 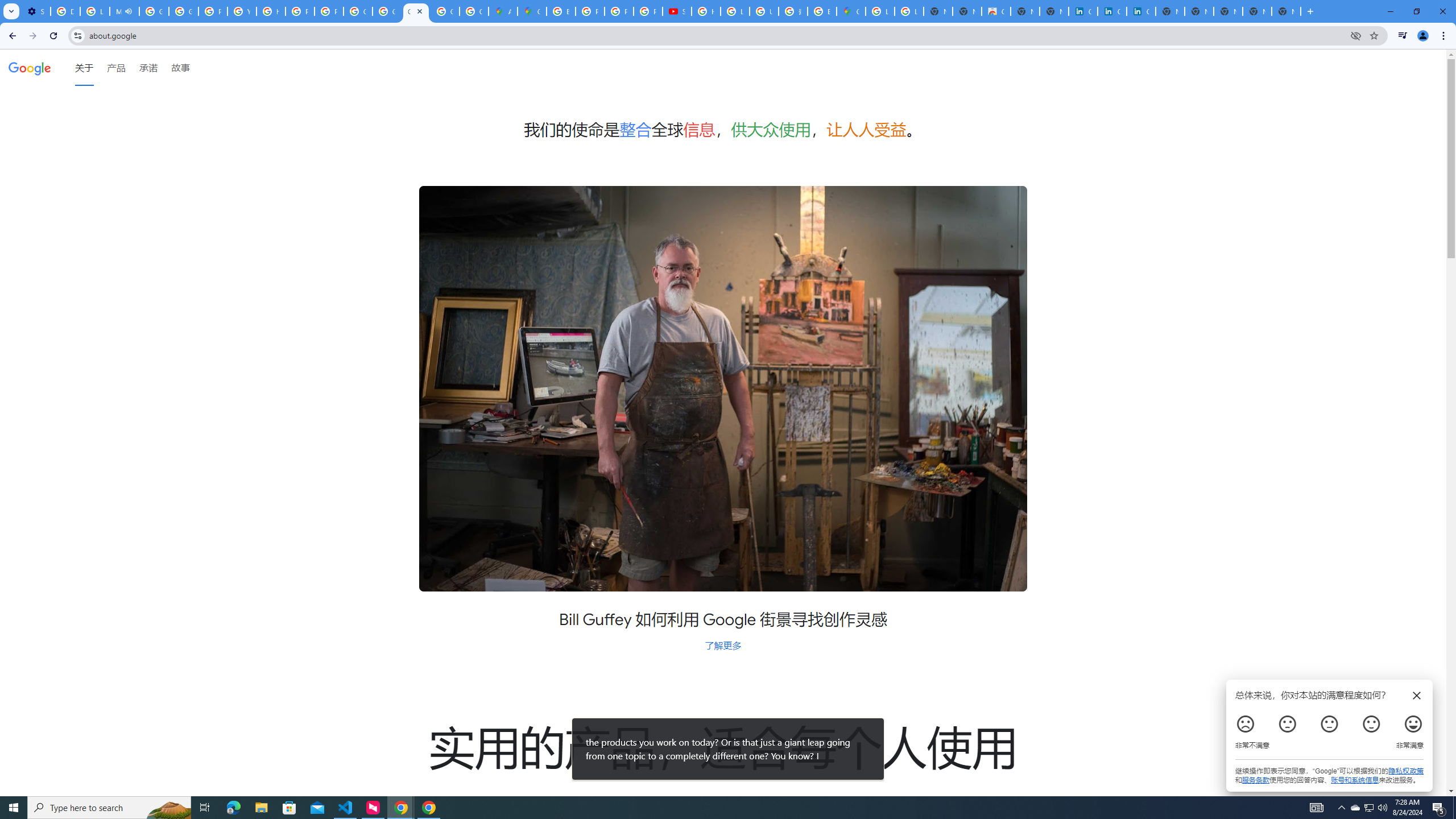 What do you see at coordinates (1286, 11) in the screenshot?
I see `'New Tab'` at bounding box center [1286, 11].